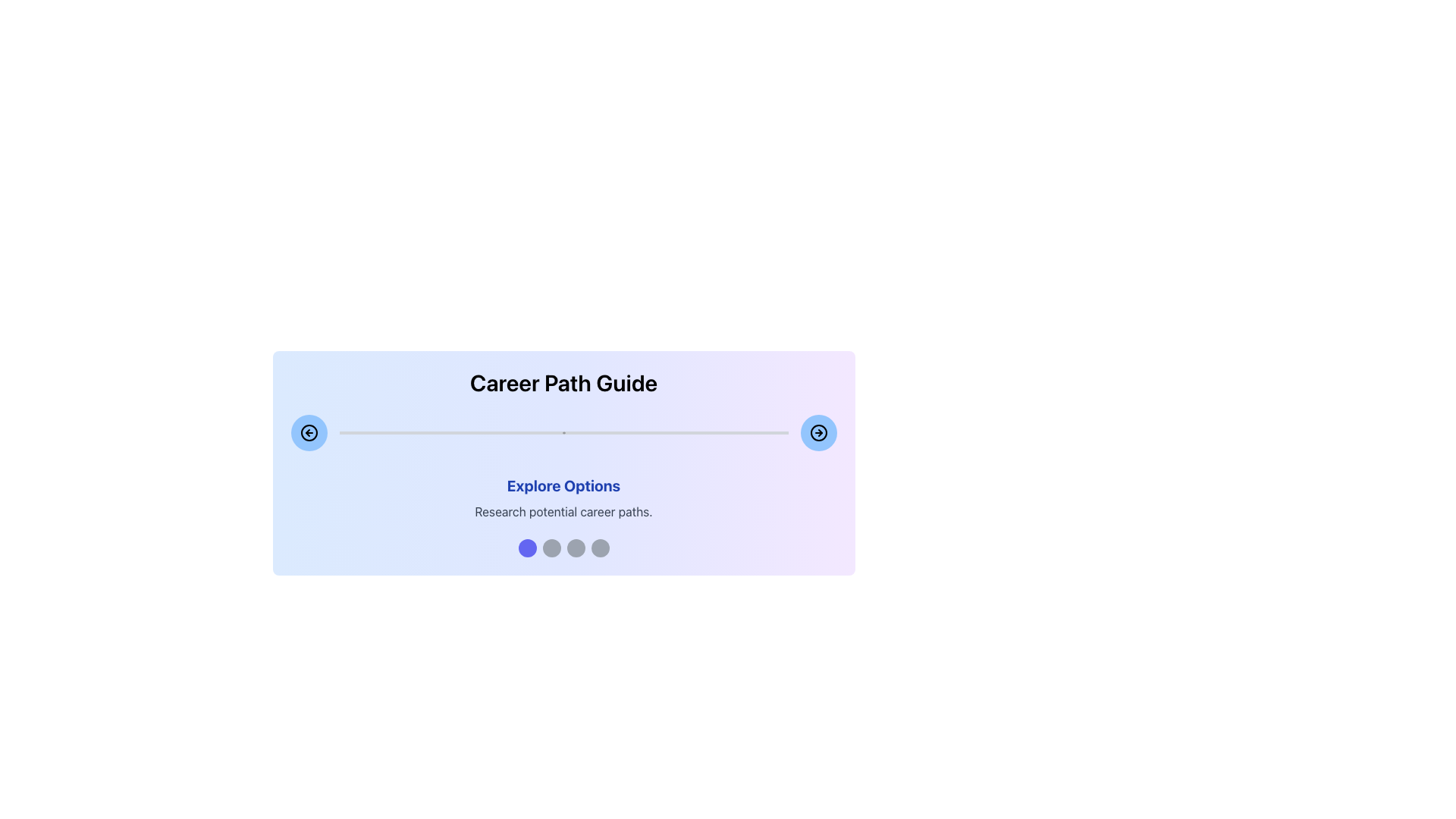  What do you see at coordinates (308, 432) in the screenshot?
I see `the circular button with a black outline and blue background, featuring a leftward pointing arrow` at bounding box center [308, 432].